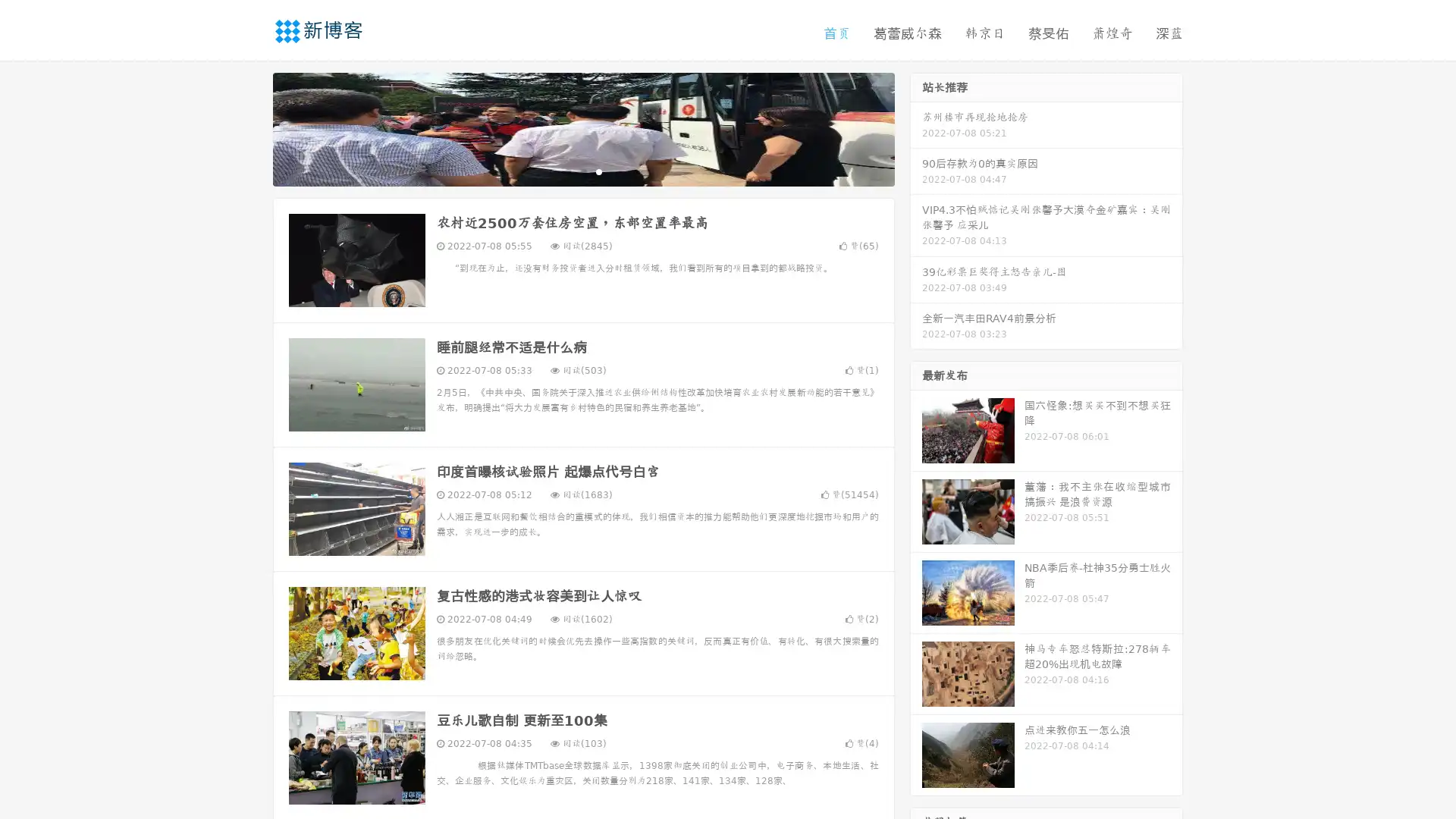  I want to click on Next slide, so click(916, 127).